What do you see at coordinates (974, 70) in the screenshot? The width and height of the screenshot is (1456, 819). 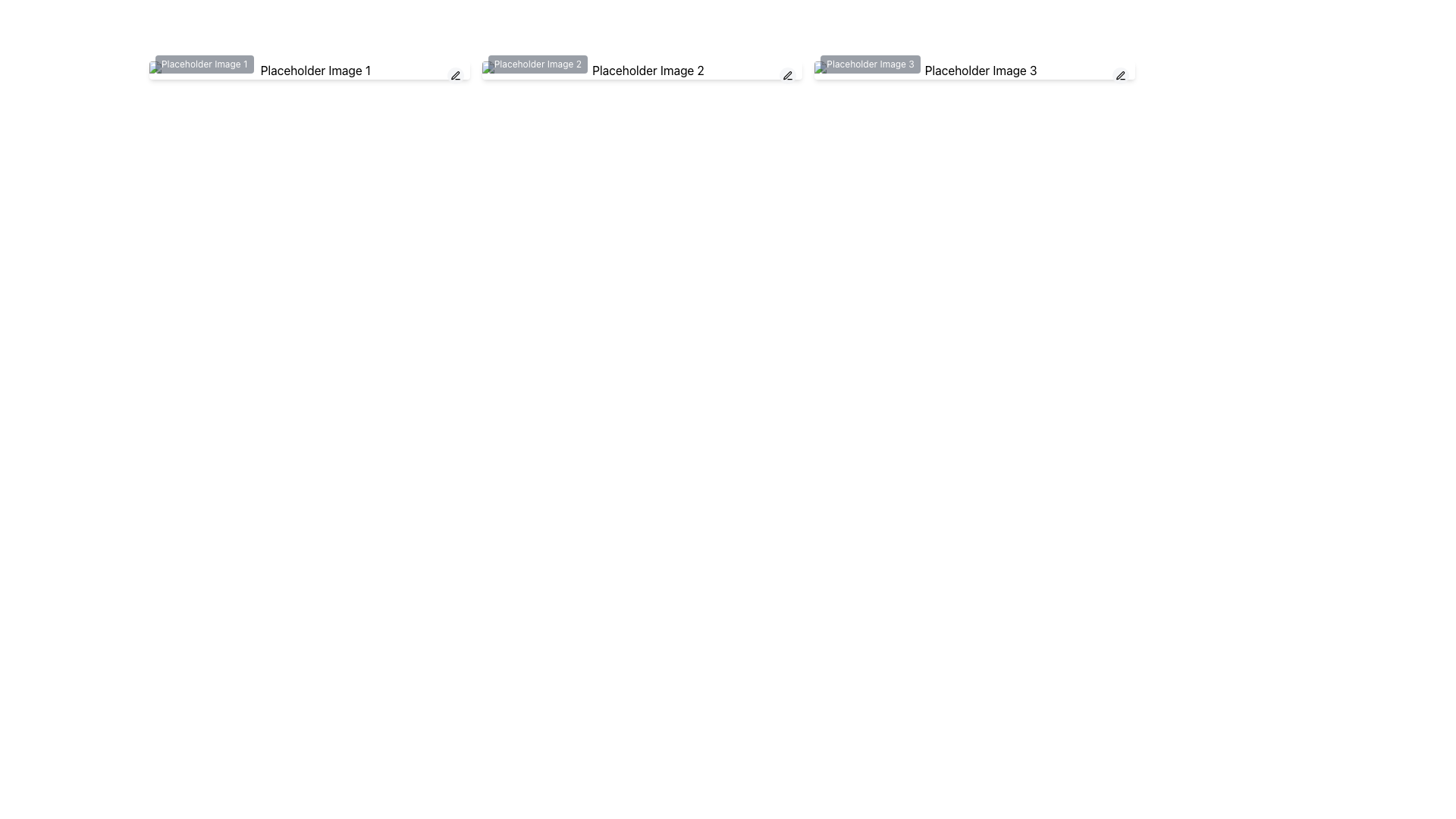 I see `the image placeholder labeled 'Placeholder Image 3'` at bounding box center [974, 70].